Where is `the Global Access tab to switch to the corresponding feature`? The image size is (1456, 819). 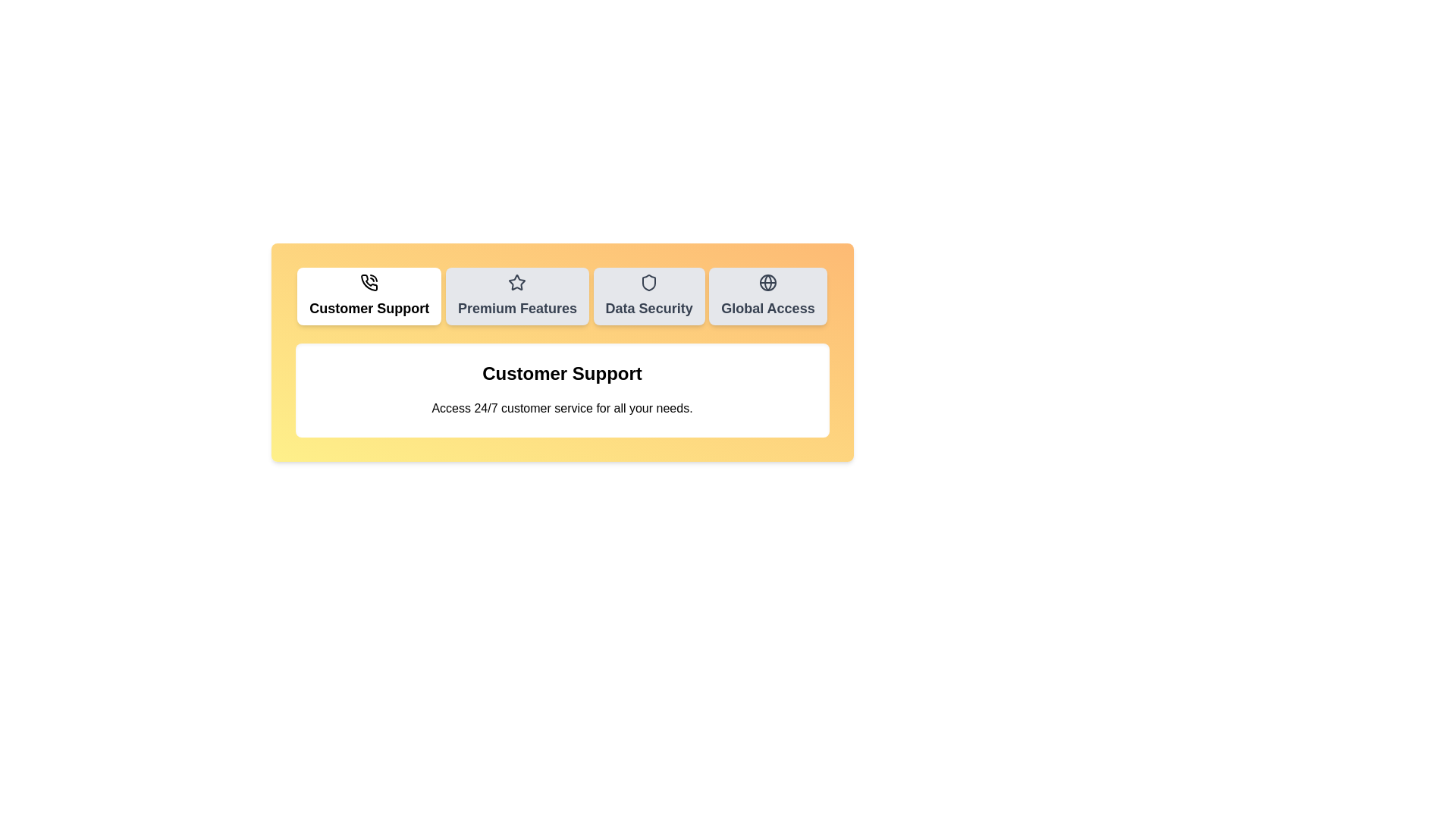 the Global Access tab to switch to the corresponding feature is located at coordinates (767, 296).